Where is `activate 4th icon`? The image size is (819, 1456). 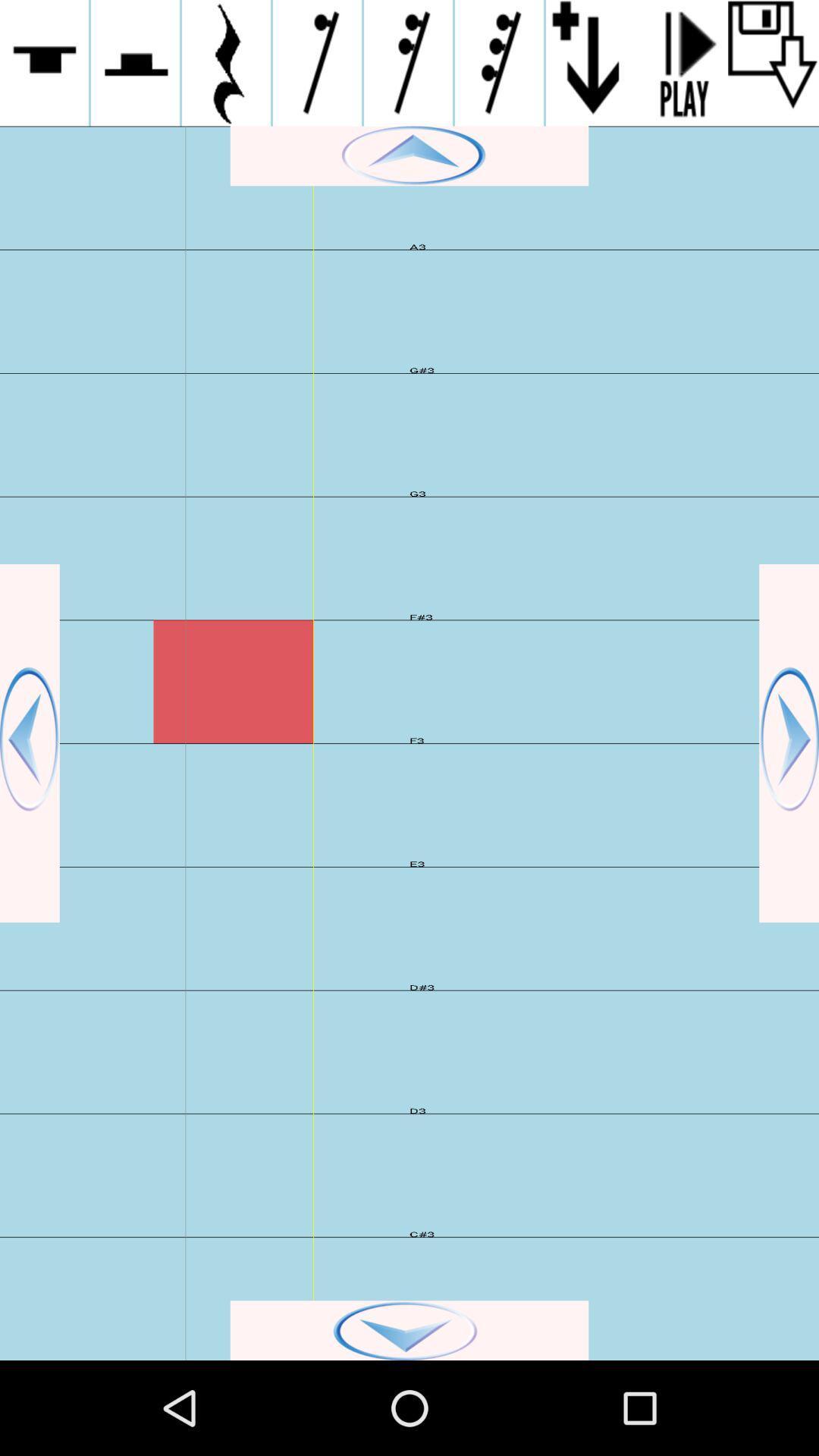
activate 4th icon is located at coordinates (316, 62).